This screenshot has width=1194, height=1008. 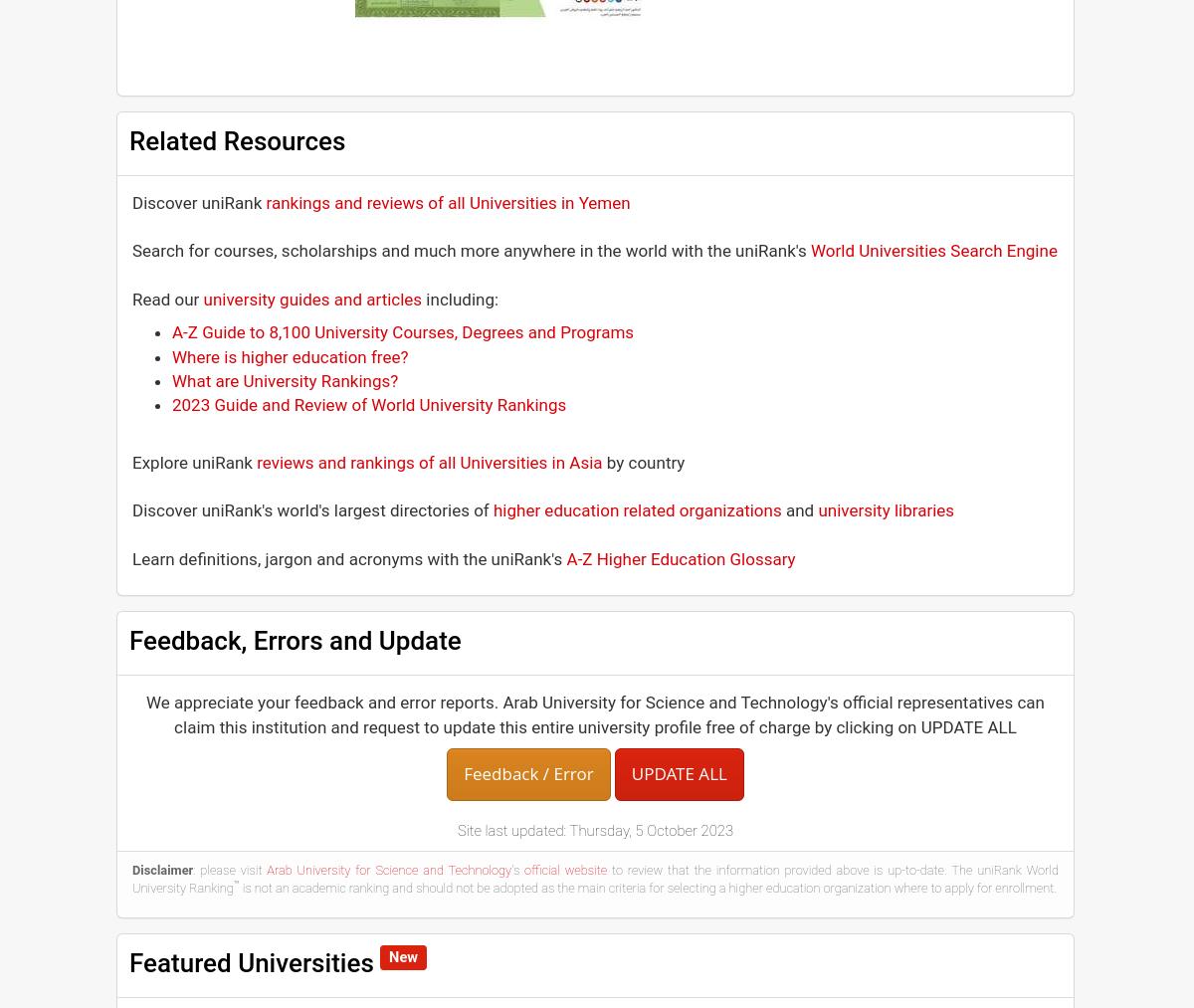 I want to click on 'university libraries', so click(x=885, y=509).